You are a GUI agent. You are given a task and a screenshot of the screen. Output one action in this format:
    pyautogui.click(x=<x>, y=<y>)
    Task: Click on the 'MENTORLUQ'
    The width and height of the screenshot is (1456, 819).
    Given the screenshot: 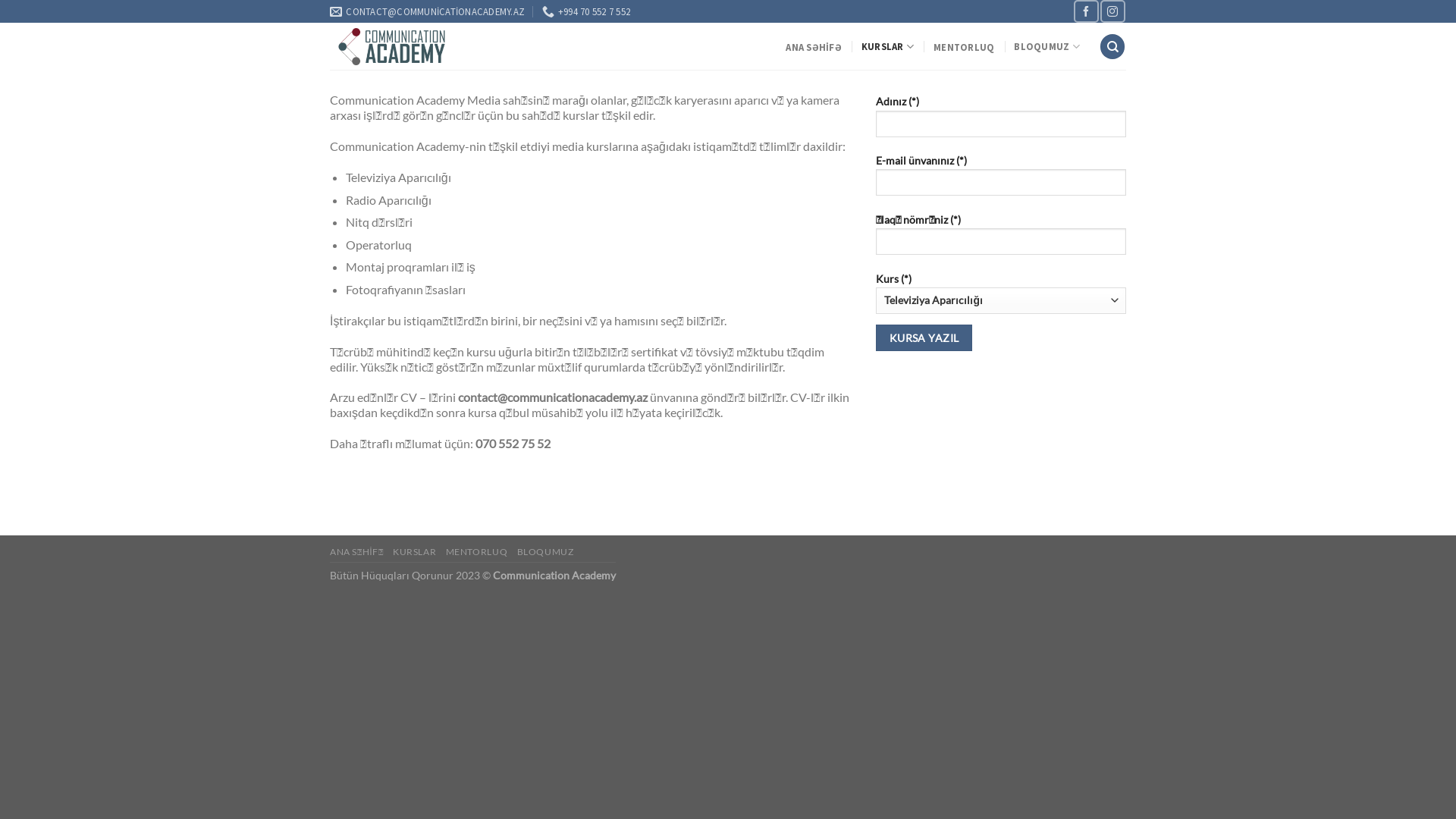 What is the action you would take?
    pyautogui.click(x=932, y=45)
    